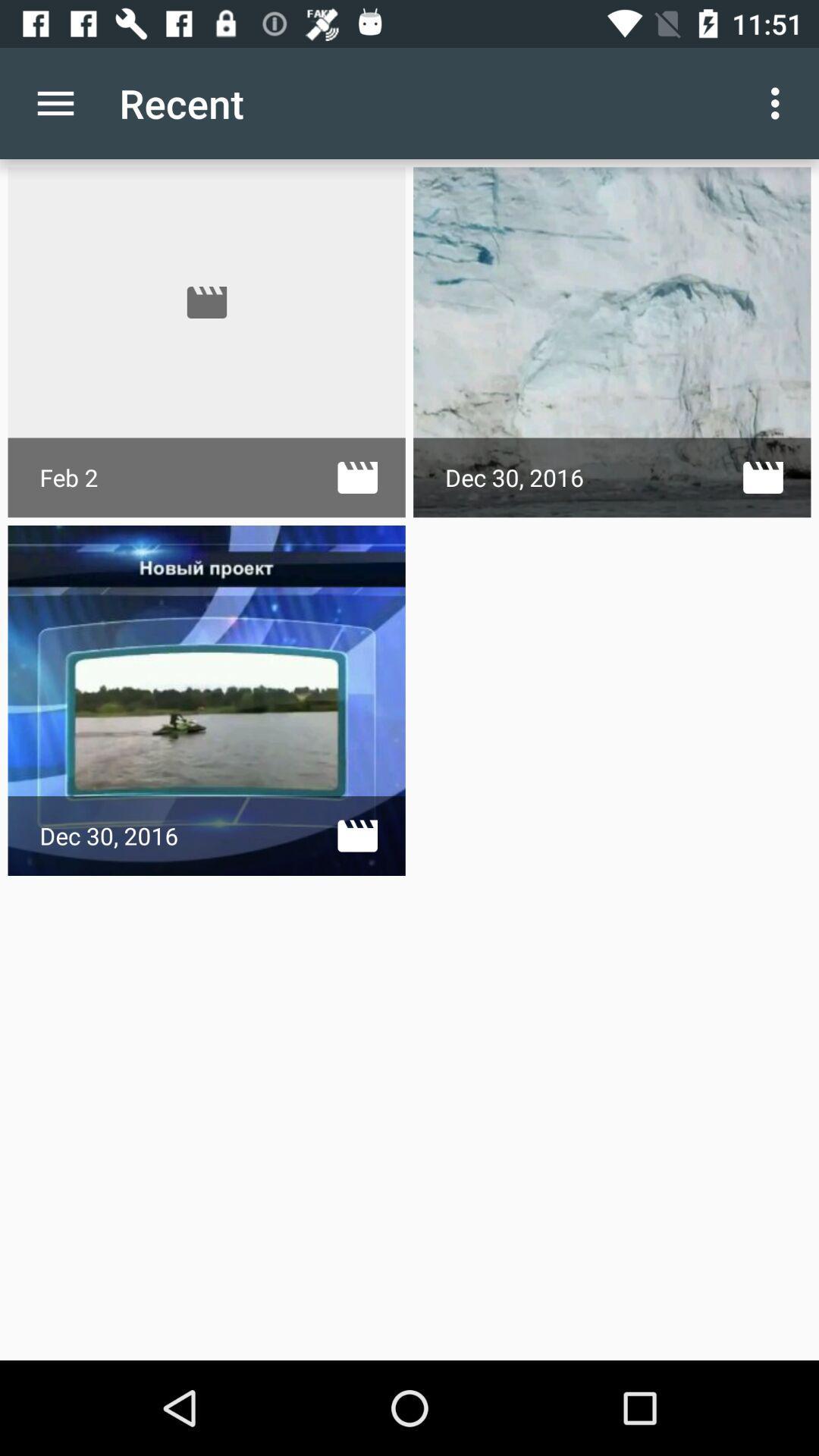  What do you see at coordinates (779, 102) in the screenshot?
I see `the icon to the right of recent icon` at bounding box center [779, 102].